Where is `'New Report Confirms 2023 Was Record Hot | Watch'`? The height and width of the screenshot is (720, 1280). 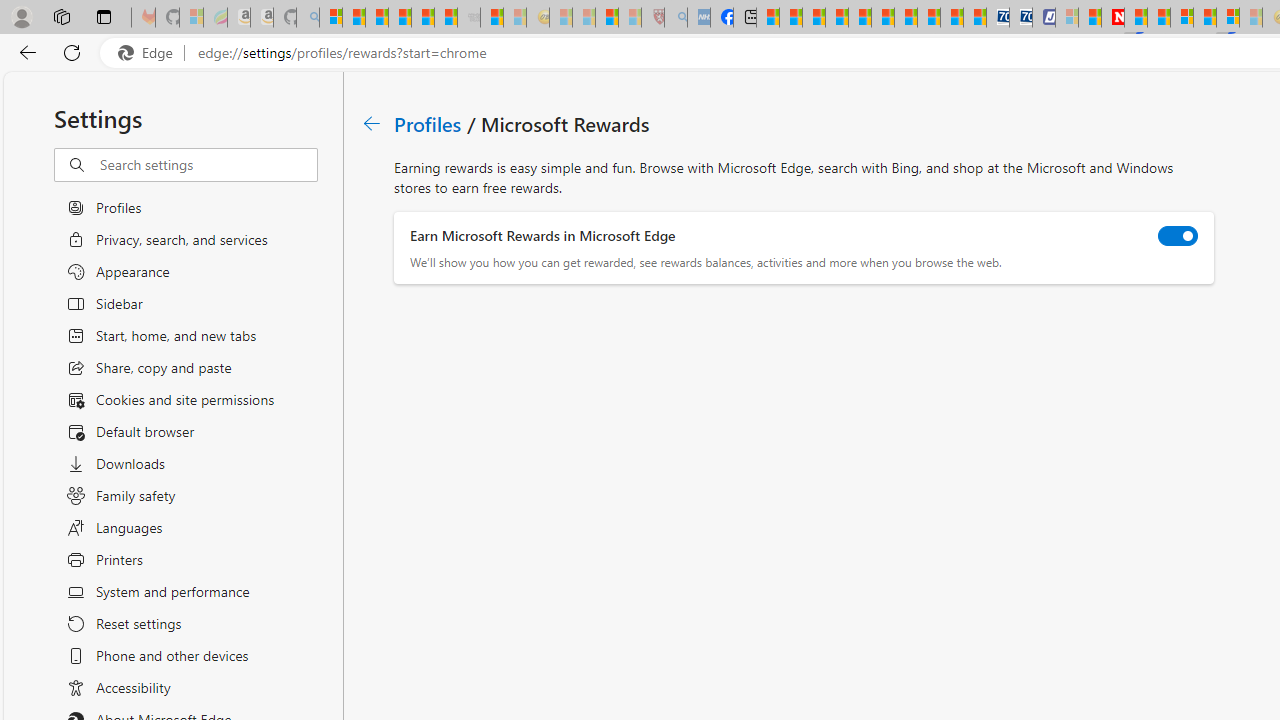 'New Report Confirms 2023 Was Record Hot | Watch' is located at coordinates (422, 17).